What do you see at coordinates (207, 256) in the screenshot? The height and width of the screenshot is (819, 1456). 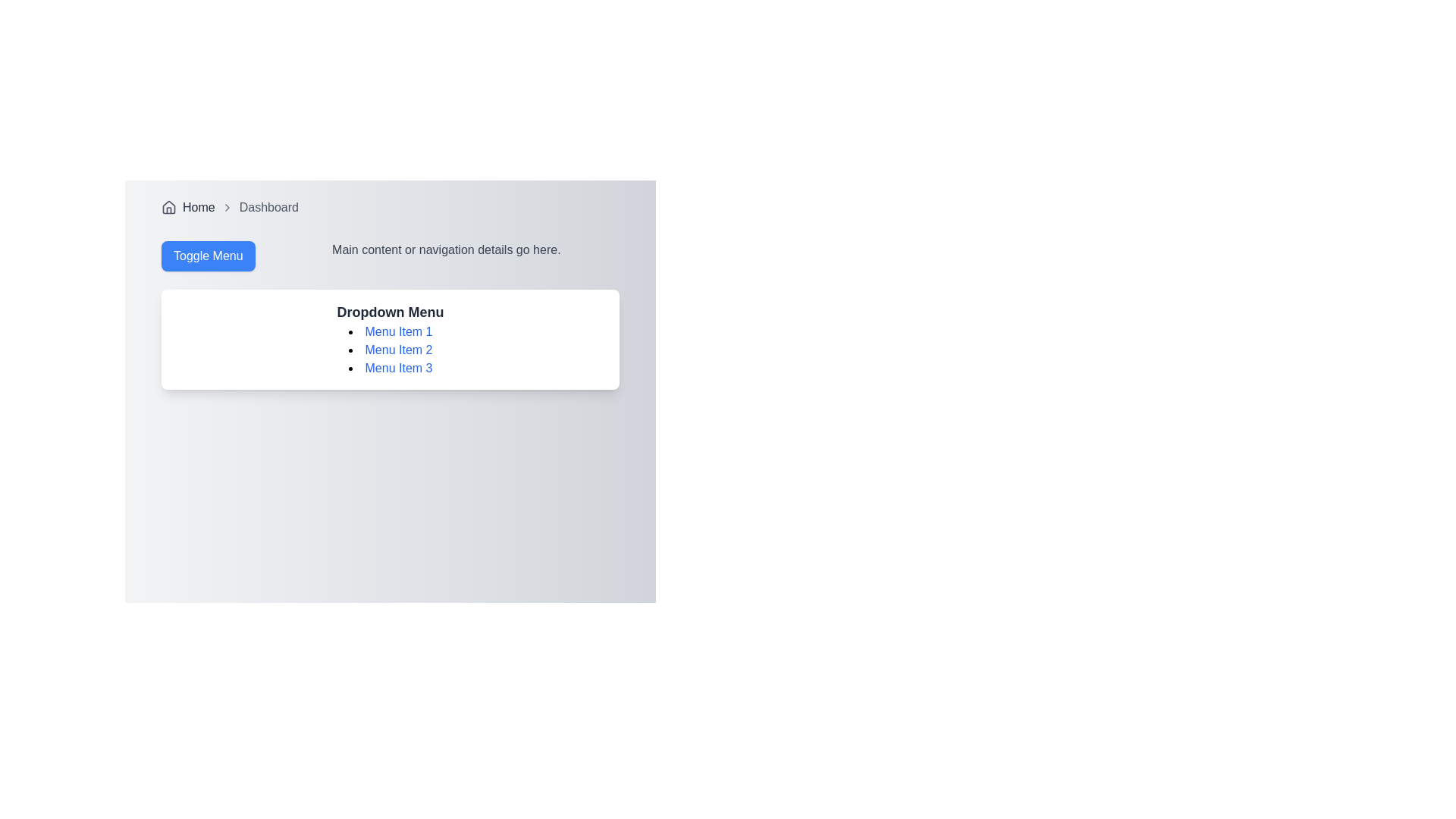 I see `the blue button labeled 'Toggle Menu' located` at bounding box center [207, 256].